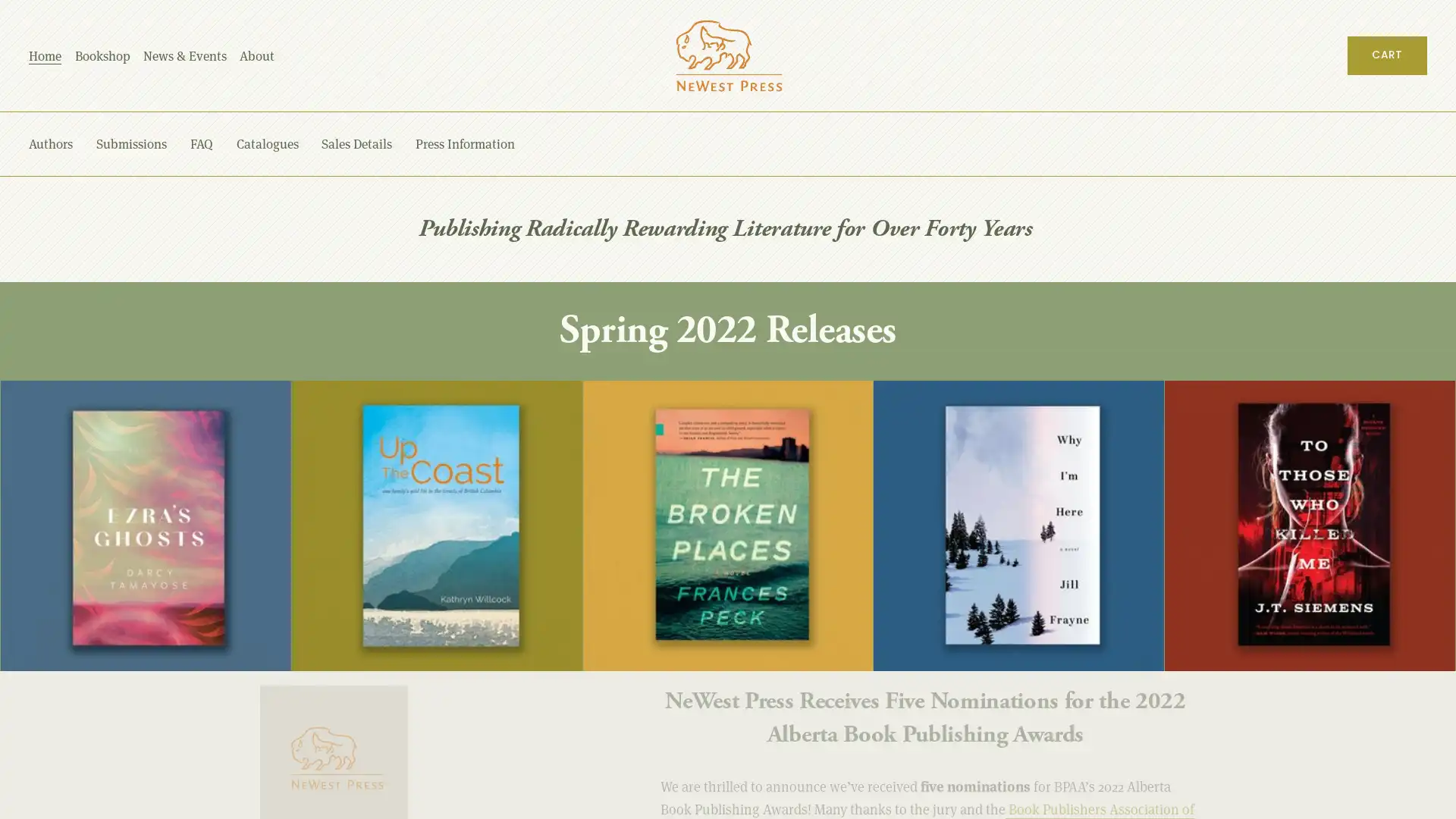 The height and width of the screenshot is (819, 1456). Describe the element at coordinates (1379, 416) in the screenshot. I see `Close` at that location.